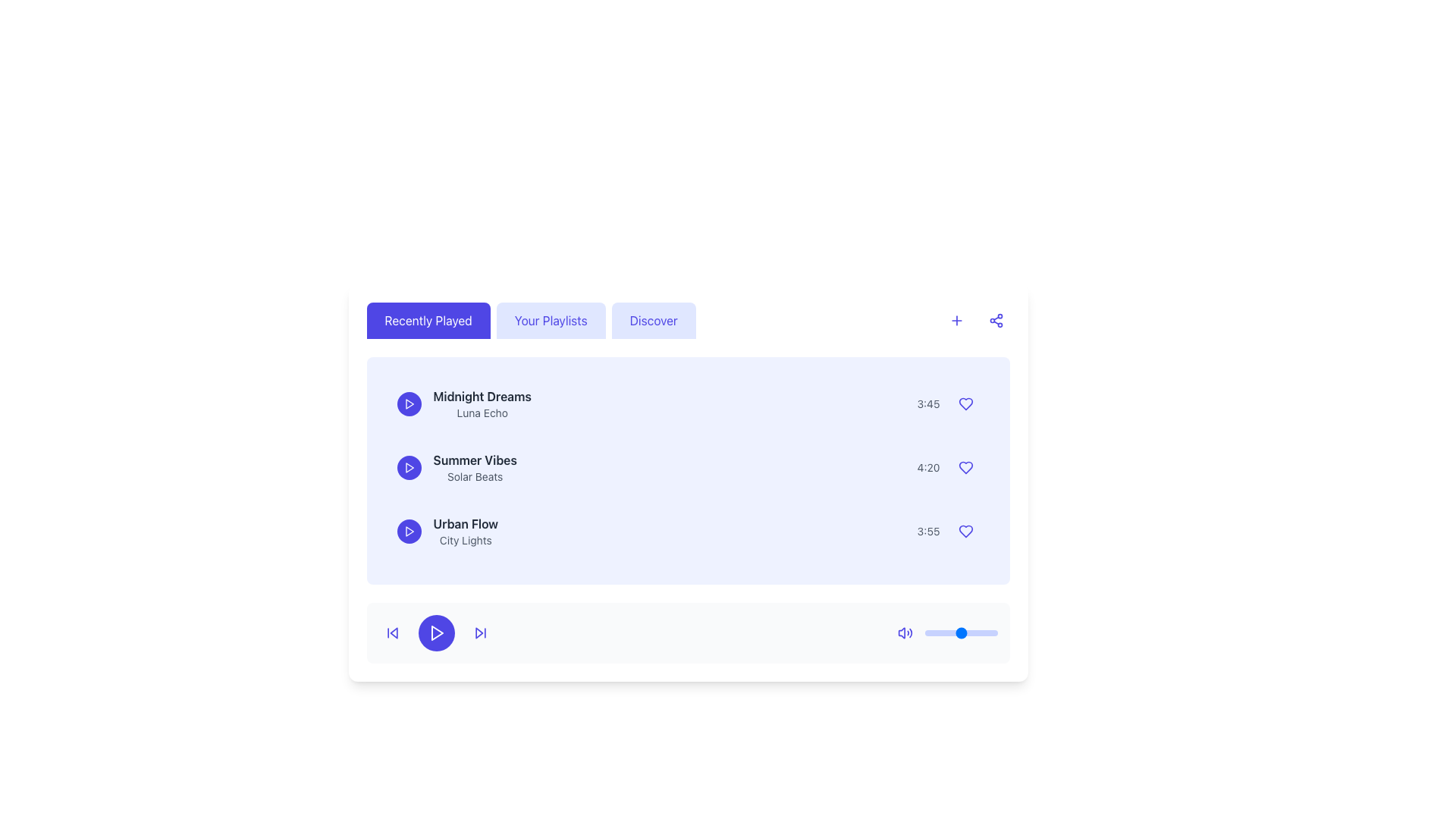  What do you see at coordinates (965, 531) in the screenshot?
I see `the circular button with a heart outline icon, located to the right of the text '3:55' below the track listing 'Urban Flow'` at bounding box center [965, 531].